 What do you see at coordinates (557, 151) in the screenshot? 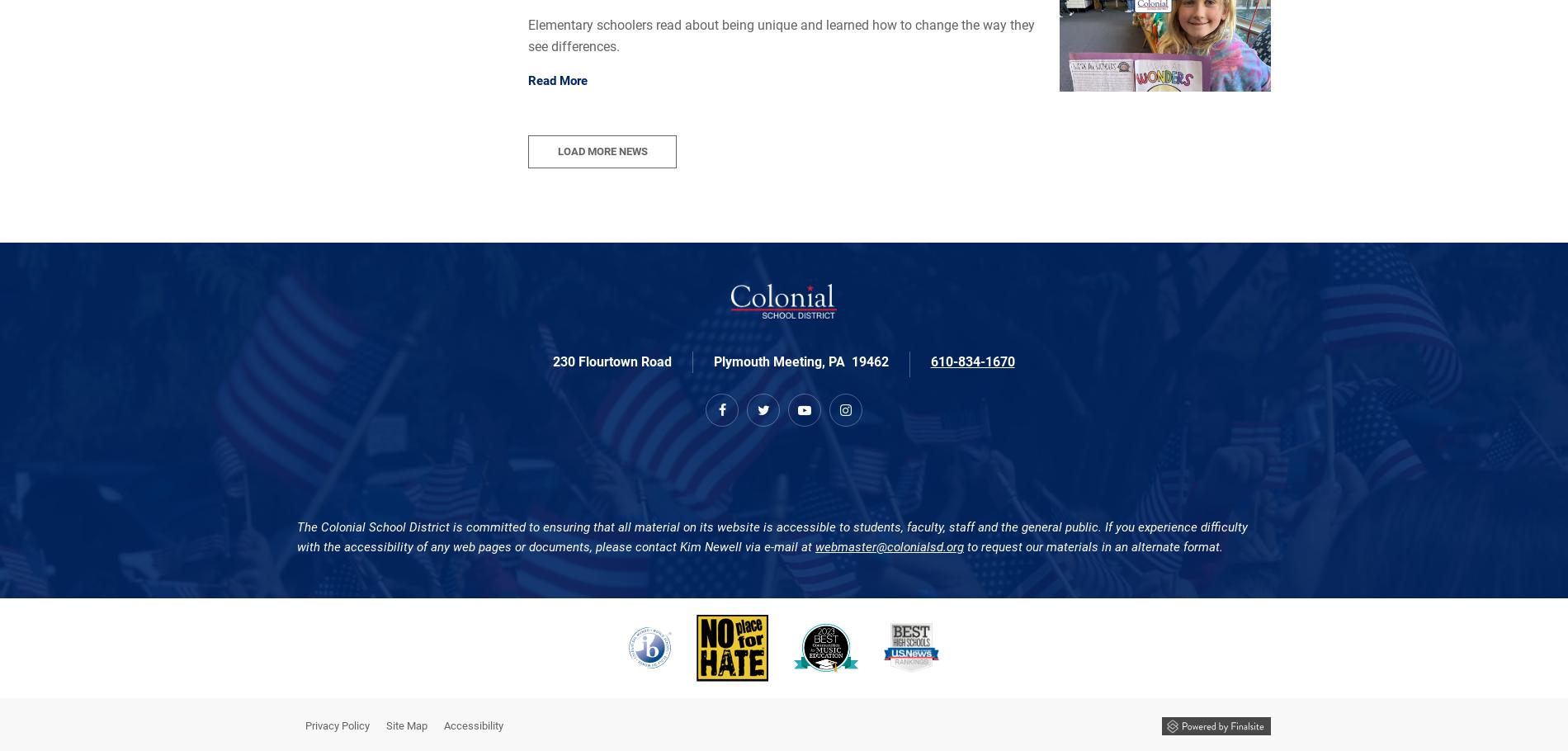
I see `'Load More News'` at bounding box center [557, 151].